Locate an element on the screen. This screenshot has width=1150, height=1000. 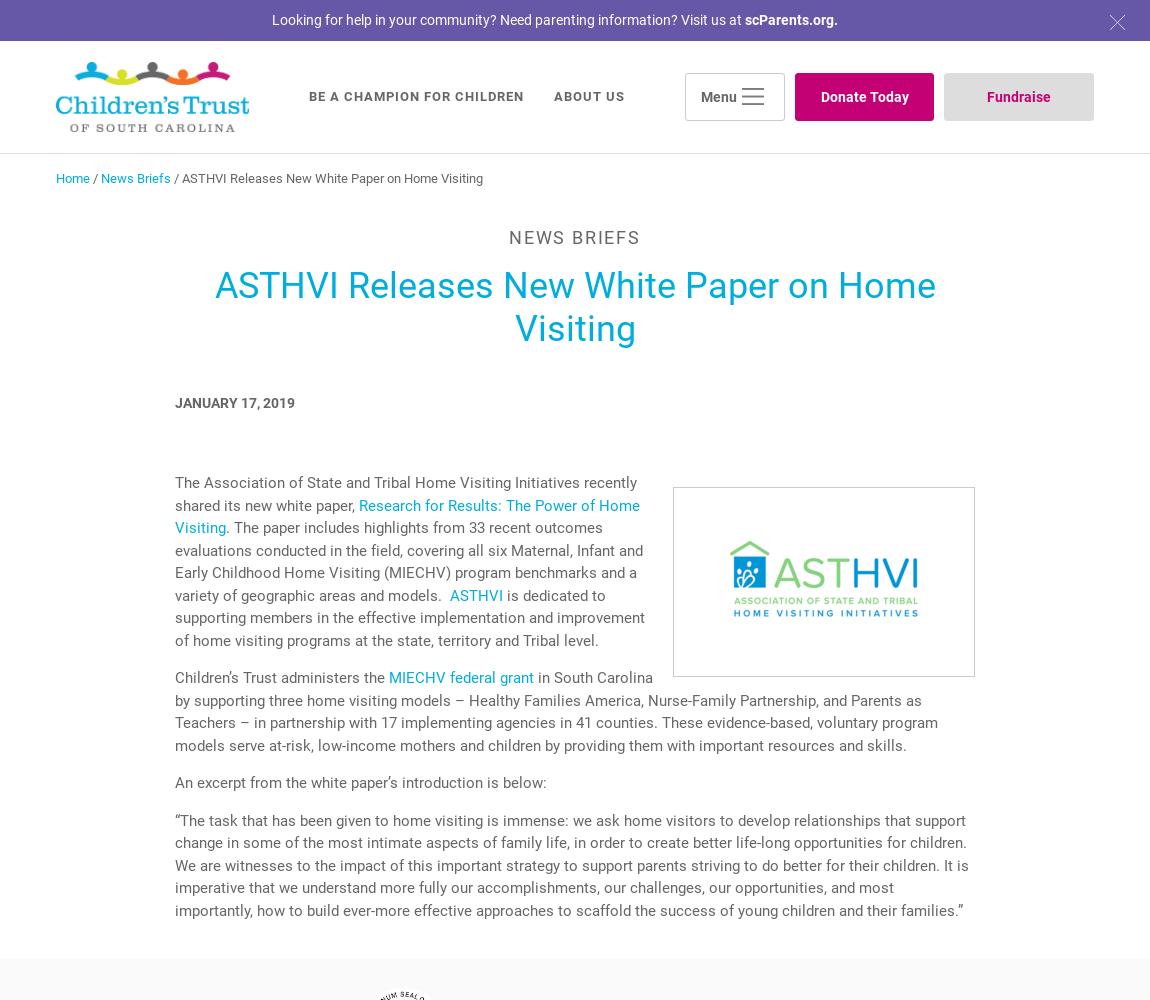
'Research for Results: The Power of Home Visiting' is located at coordinates (407, 516).